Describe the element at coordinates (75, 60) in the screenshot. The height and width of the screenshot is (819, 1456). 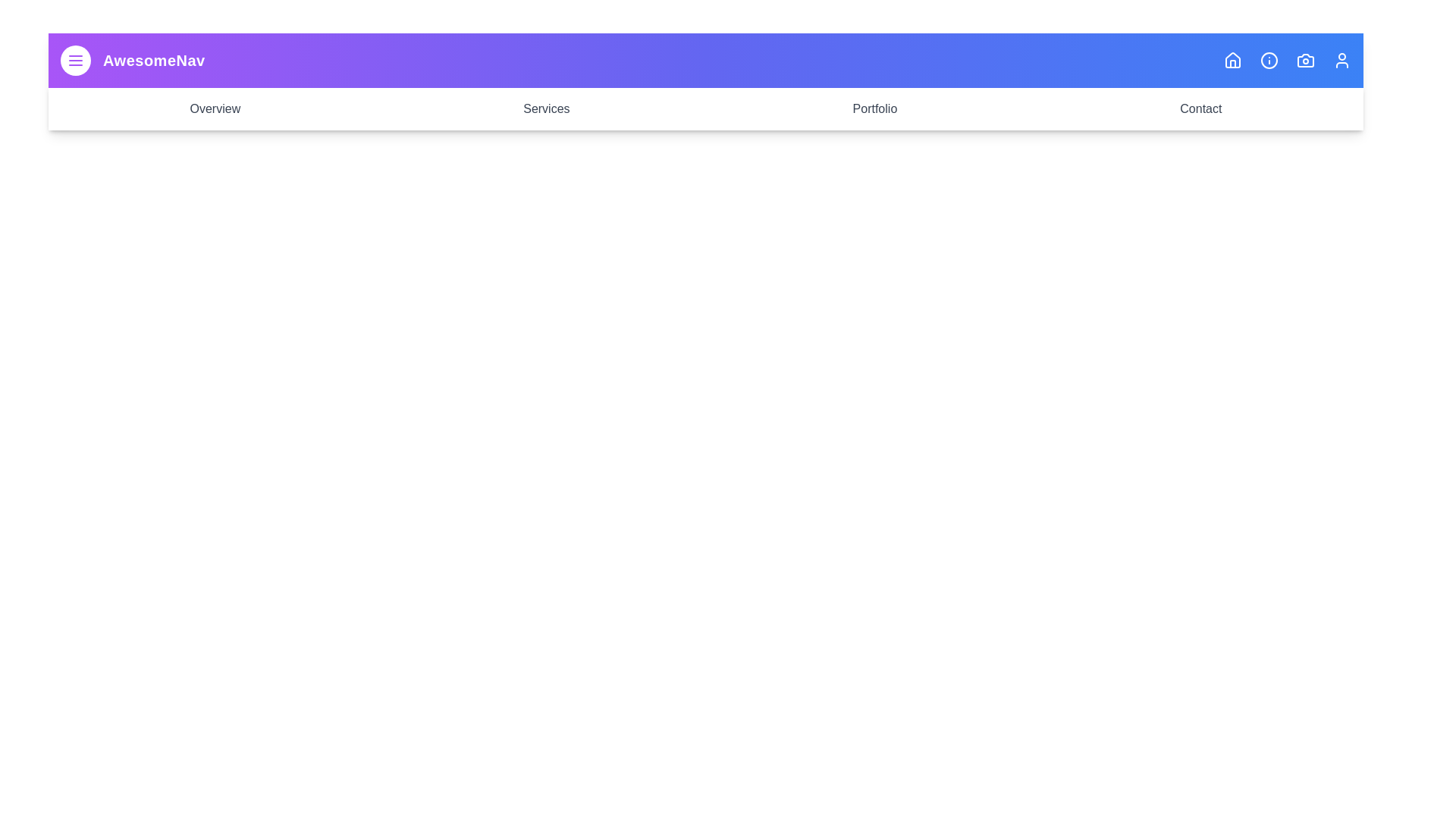
I see `the menu button to toggle the menu visibility` at that location.